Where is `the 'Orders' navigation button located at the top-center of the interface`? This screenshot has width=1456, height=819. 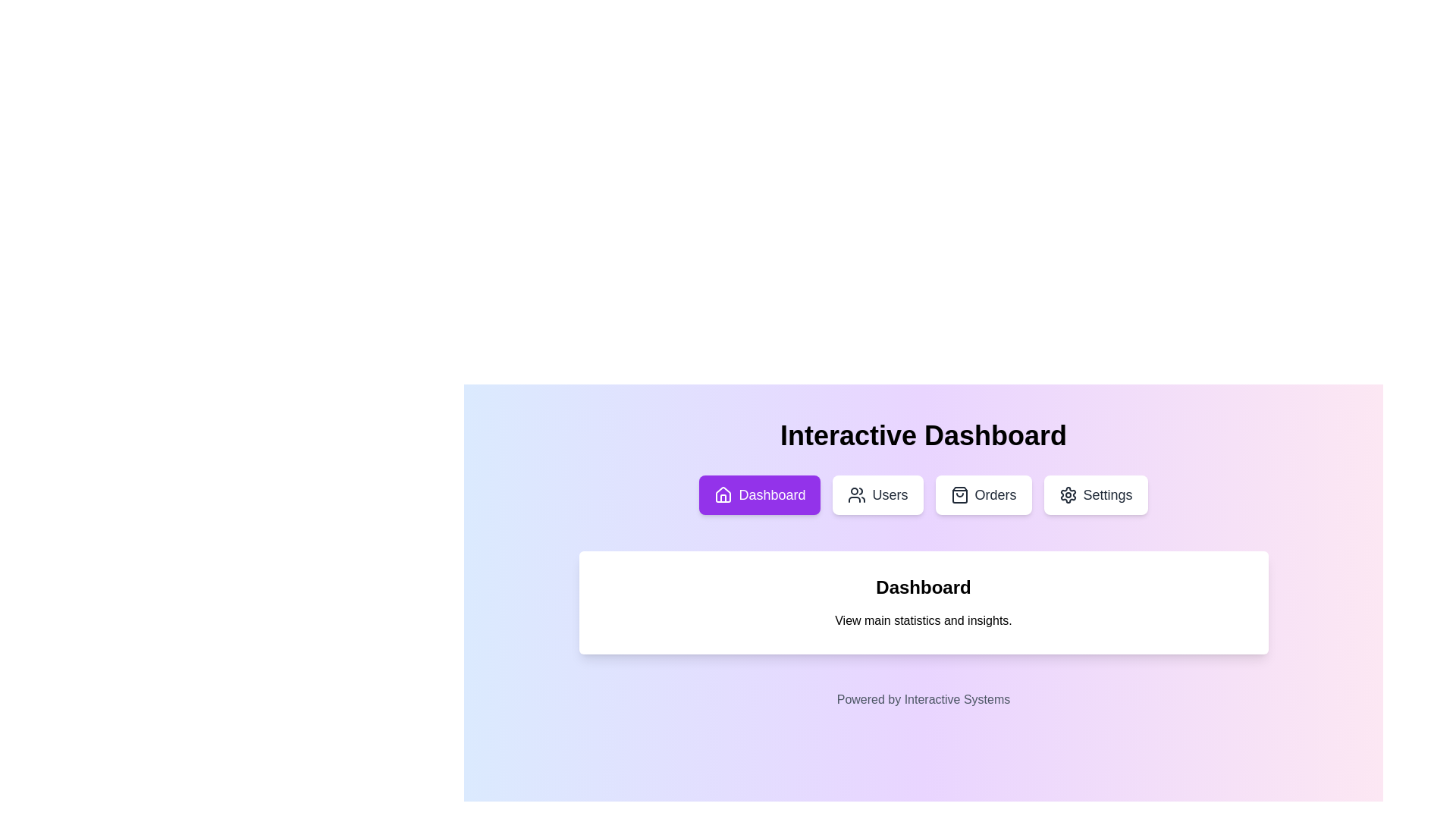 the 'Orders' navigation button located at the top-center of the interface is located at coordinates (983, 494).